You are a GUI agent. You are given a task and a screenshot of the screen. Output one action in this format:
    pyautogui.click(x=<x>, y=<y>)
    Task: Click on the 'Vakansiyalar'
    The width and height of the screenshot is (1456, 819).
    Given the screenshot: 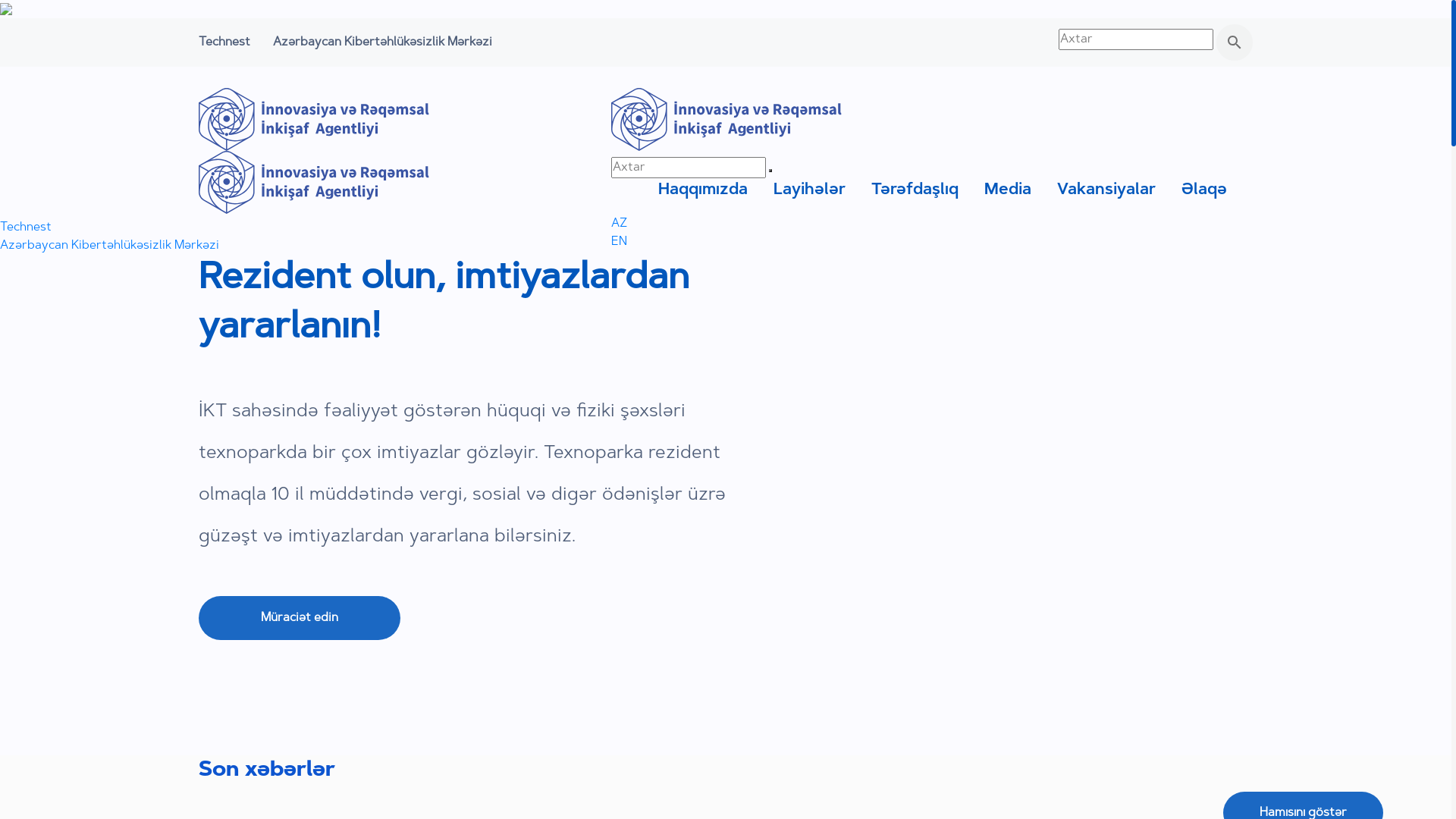 What is the action you would take?
    pyautogui.click(x=1056, y=189)
    